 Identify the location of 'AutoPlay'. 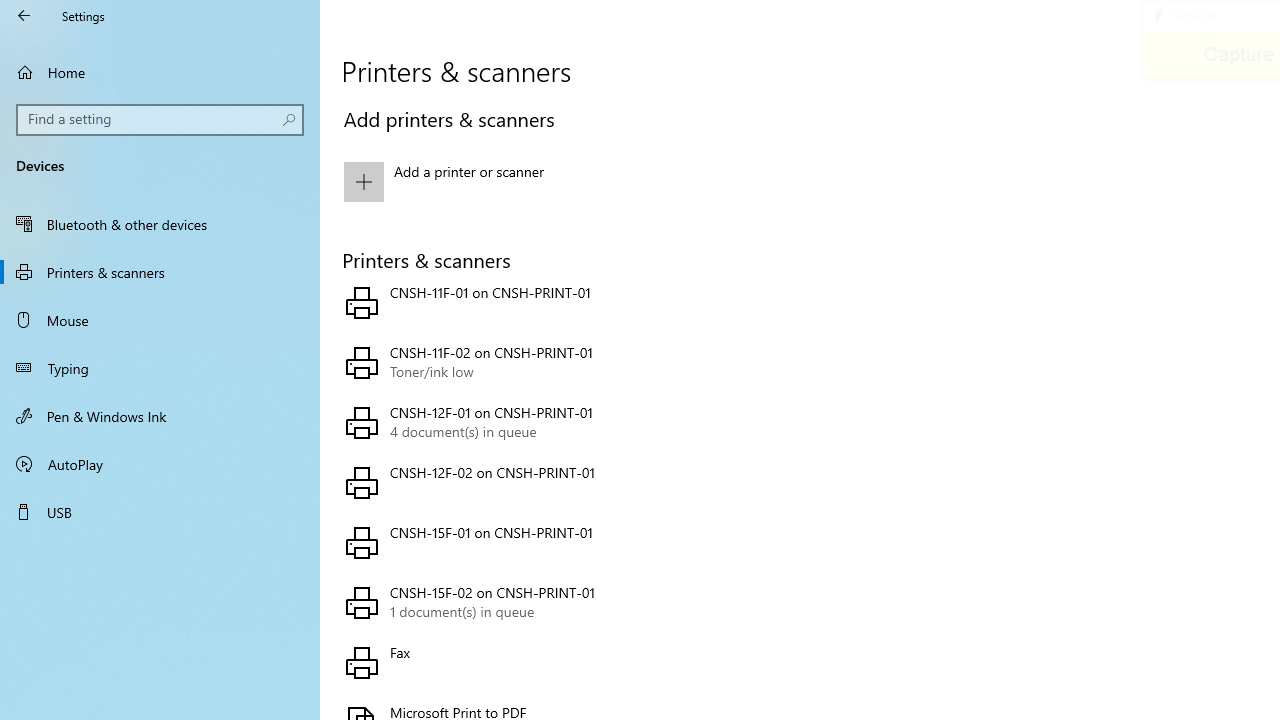
(160, 464).